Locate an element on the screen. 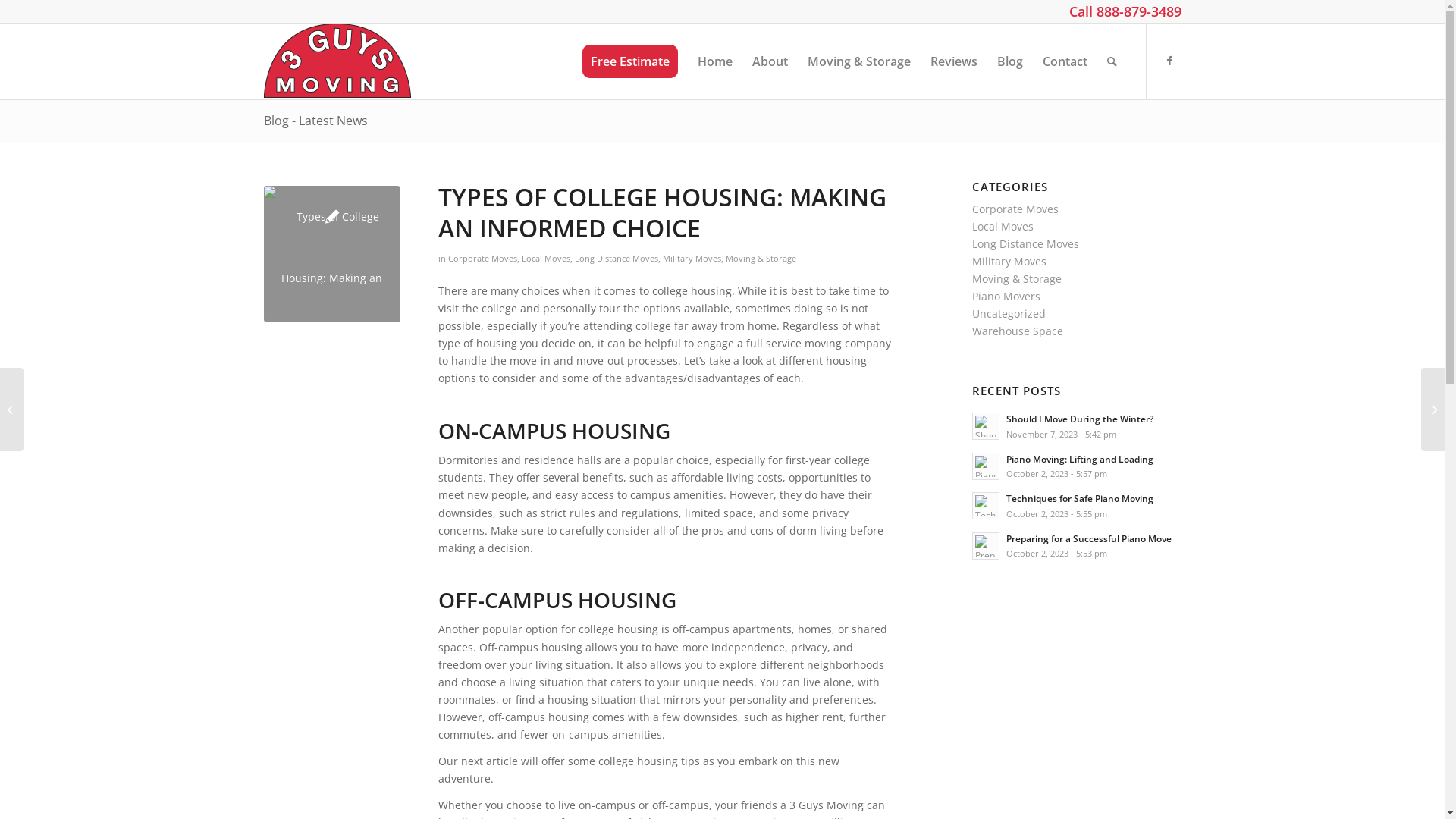 This screenshot has width=1456, height=819. 'Piano Moving: Lifting and Loading 3' is located at coordinates (986, 465).